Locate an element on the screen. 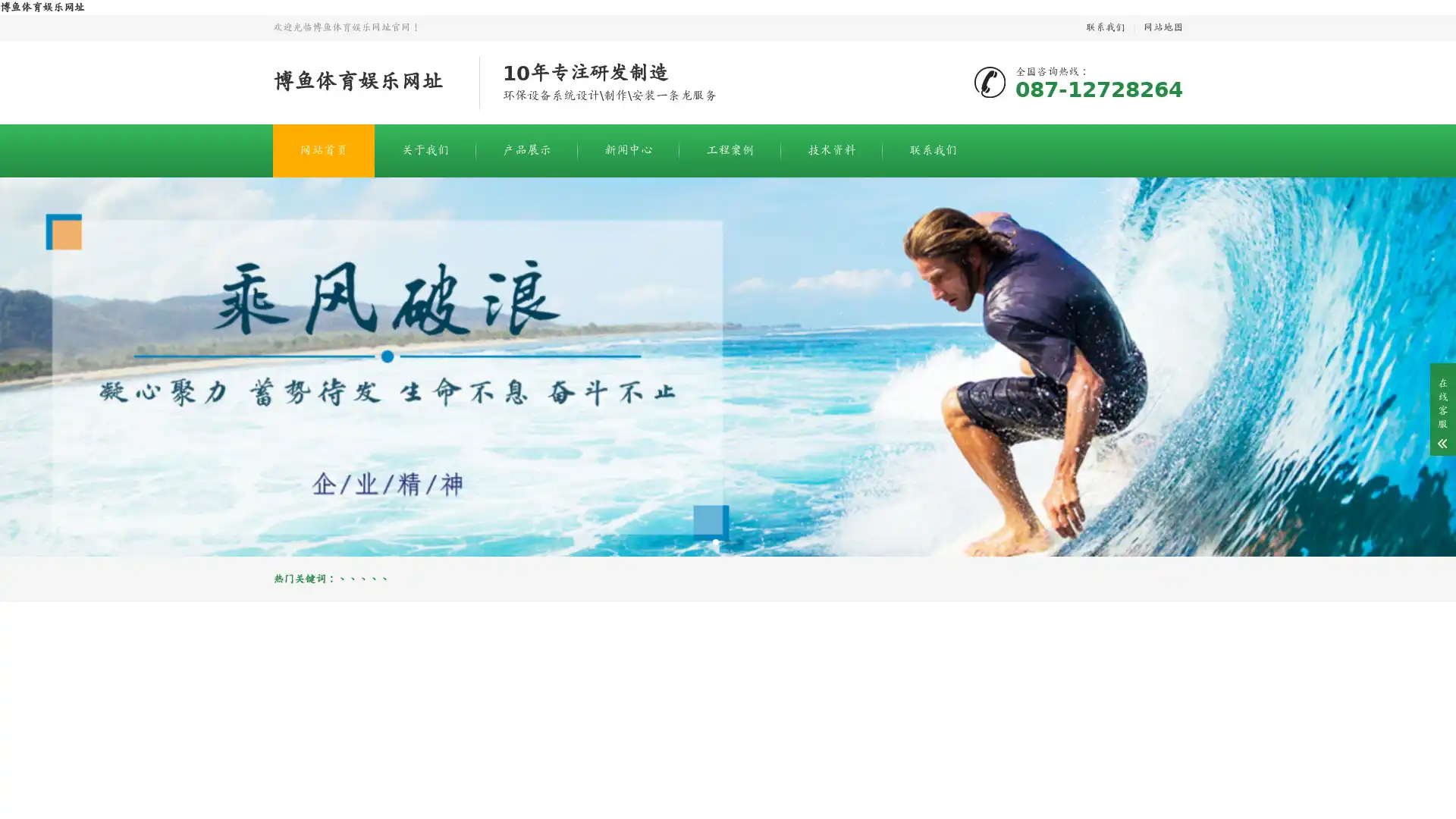 This screenshot has width=1456, height=819. Go to slide 3 is located at coordinates (739, 541).